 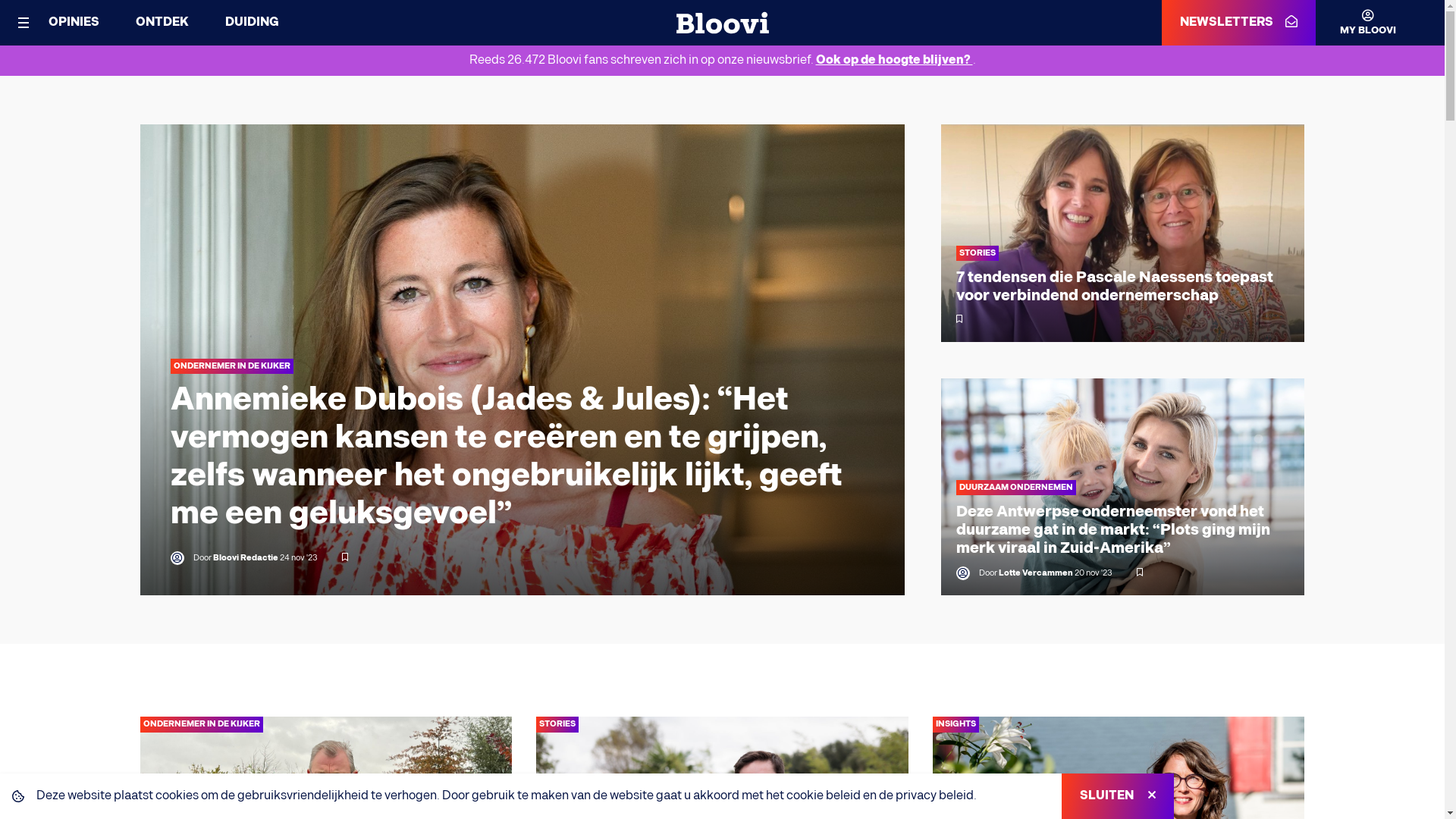 What do you see at coordinates (244, 558) in the screenshot?
I see `'Bloovi Redactie'` at bounding box center [244, 558].